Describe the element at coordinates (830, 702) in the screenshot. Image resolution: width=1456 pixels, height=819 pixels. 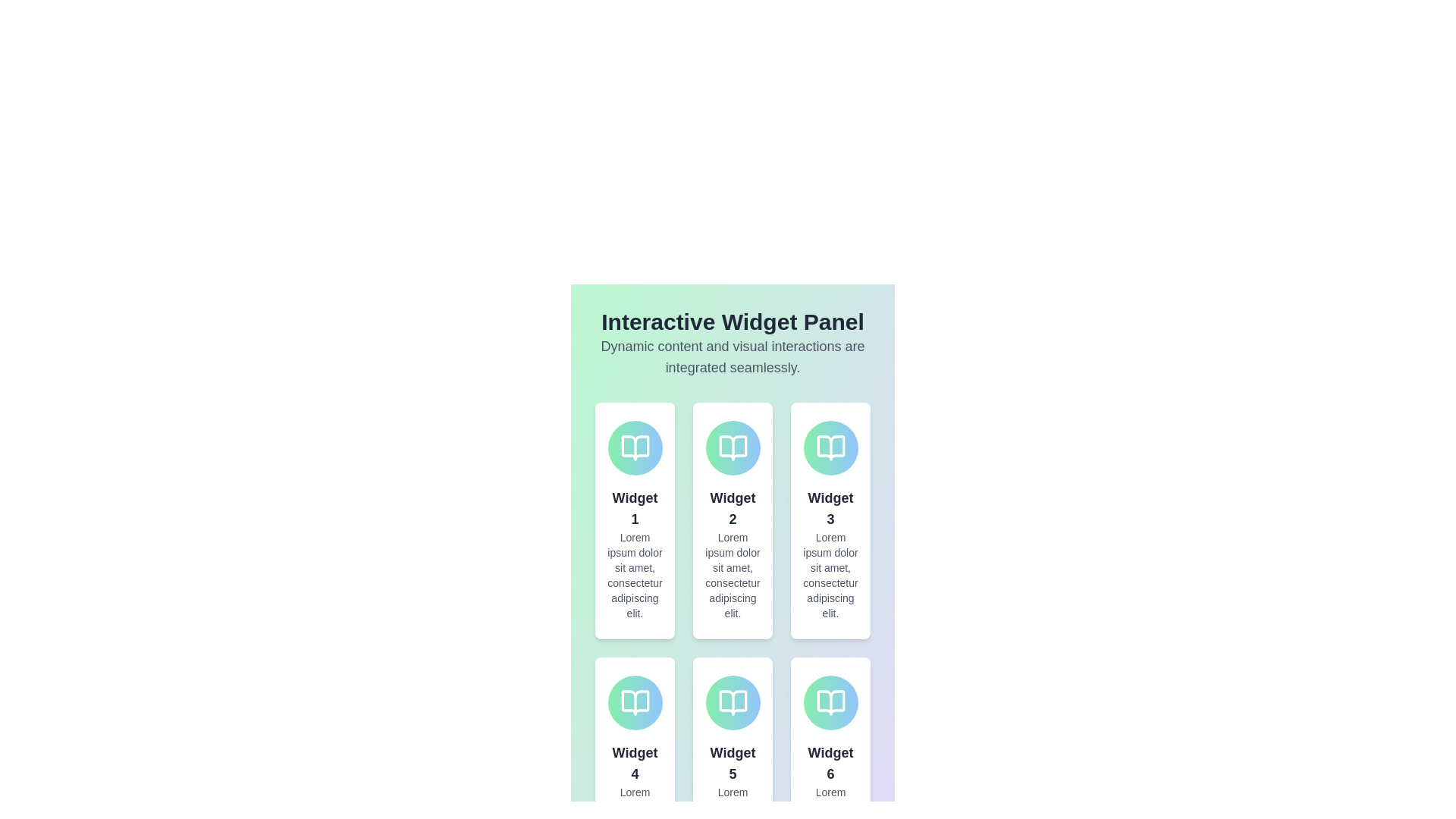
I see `the first icon within the sixth card in the grid layout, located at the bottom-right corner of the widget panel` at that location.